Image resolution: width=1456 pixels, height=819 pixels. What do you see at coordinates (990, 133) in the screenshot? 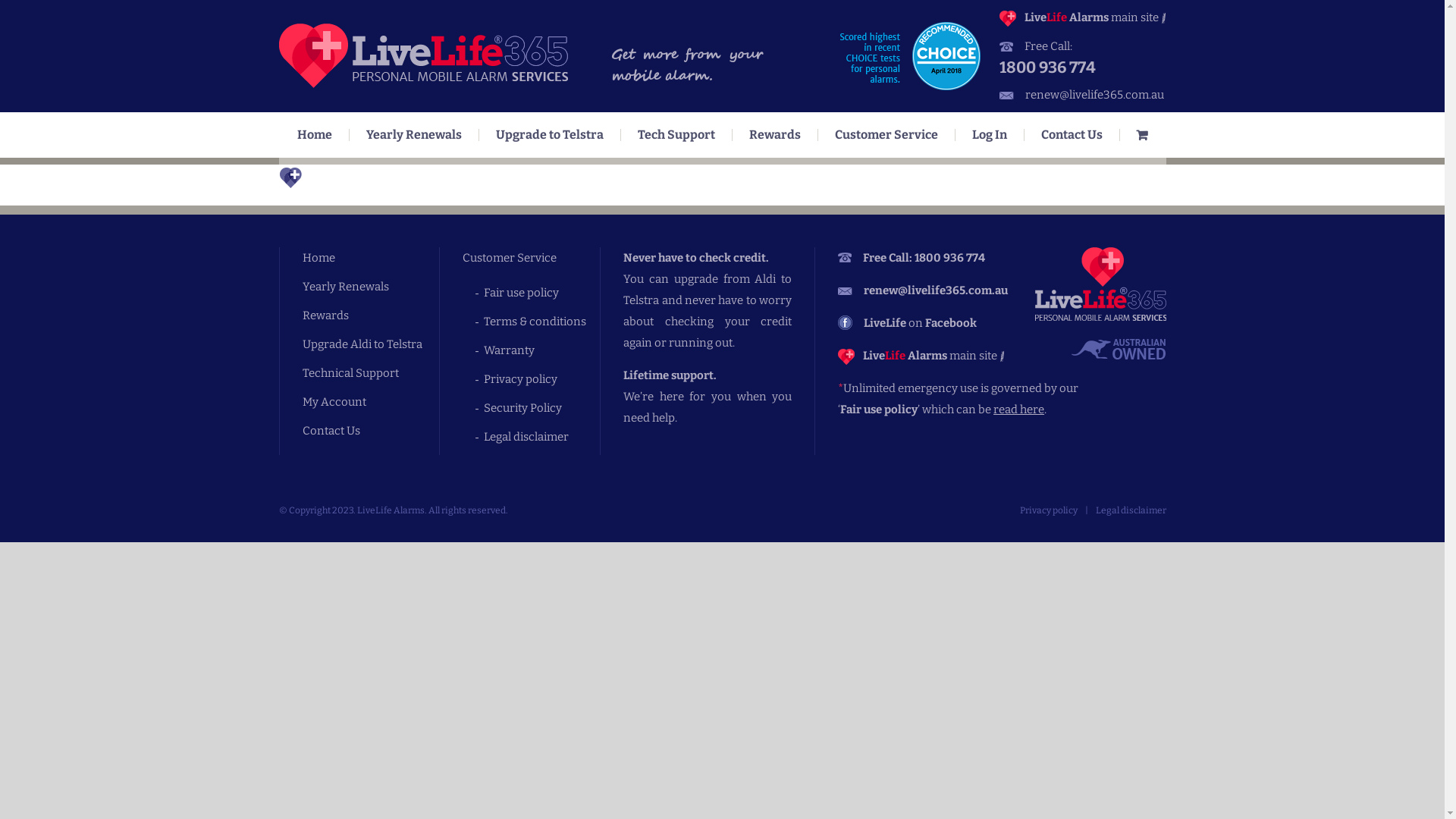
I see `'Log In'` at bounding box center [990, 133].